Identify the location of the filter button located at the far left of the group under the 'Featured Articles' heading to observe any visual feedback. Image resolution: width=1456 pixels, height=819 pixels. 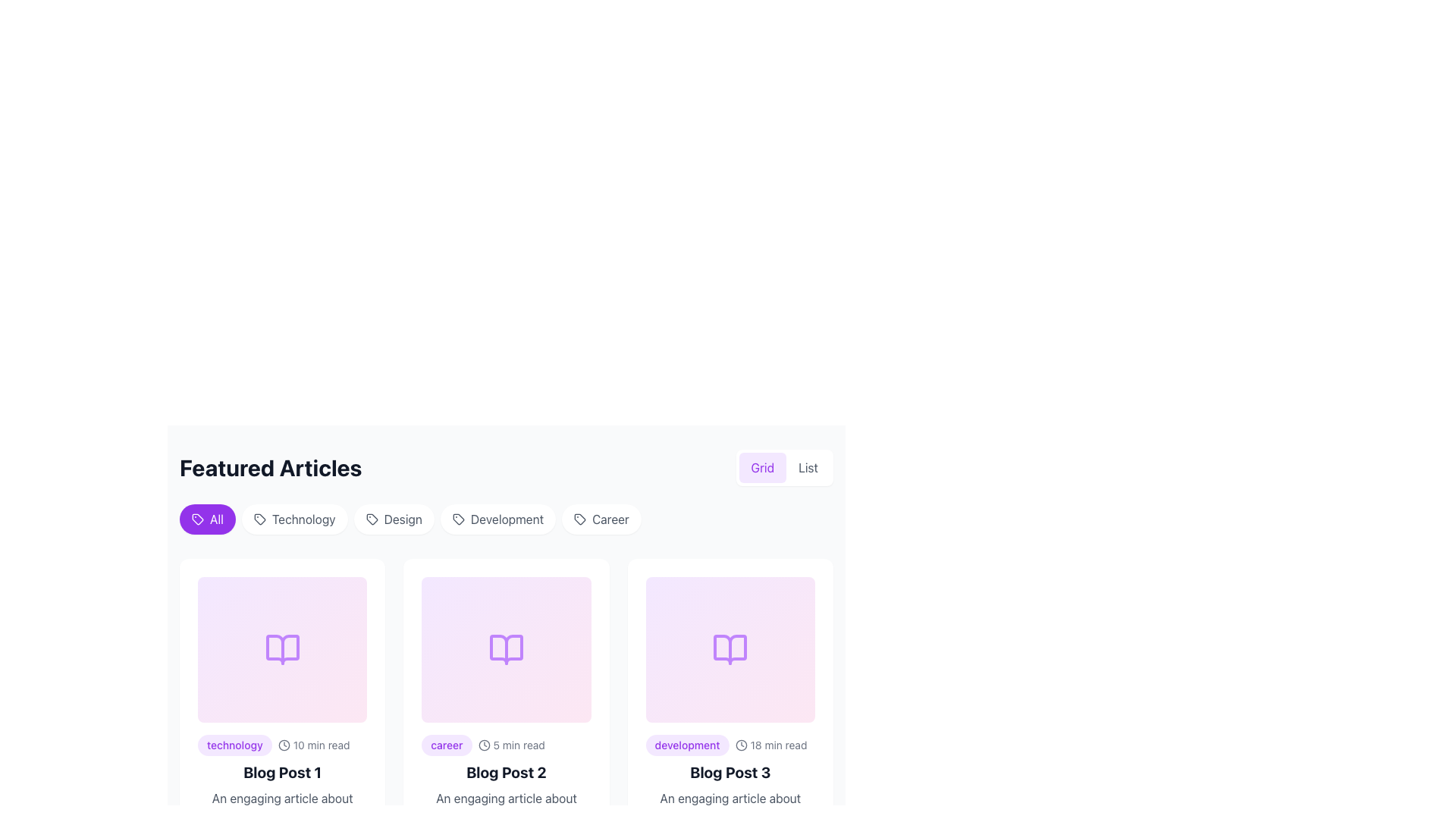
(206, 519).